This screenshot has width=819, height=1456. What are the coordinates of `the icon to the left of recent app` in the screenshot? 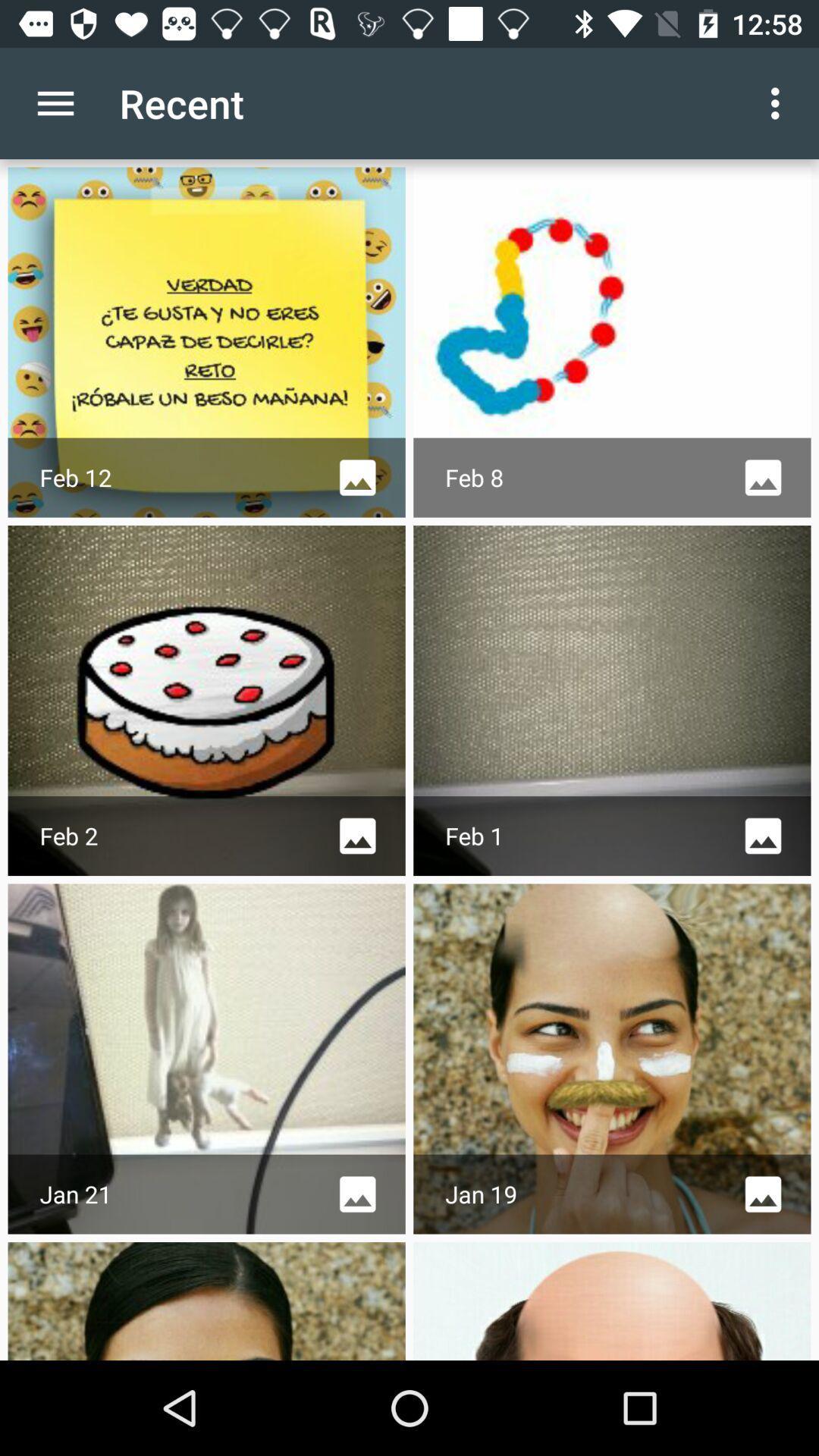 It's located at (55, 102).